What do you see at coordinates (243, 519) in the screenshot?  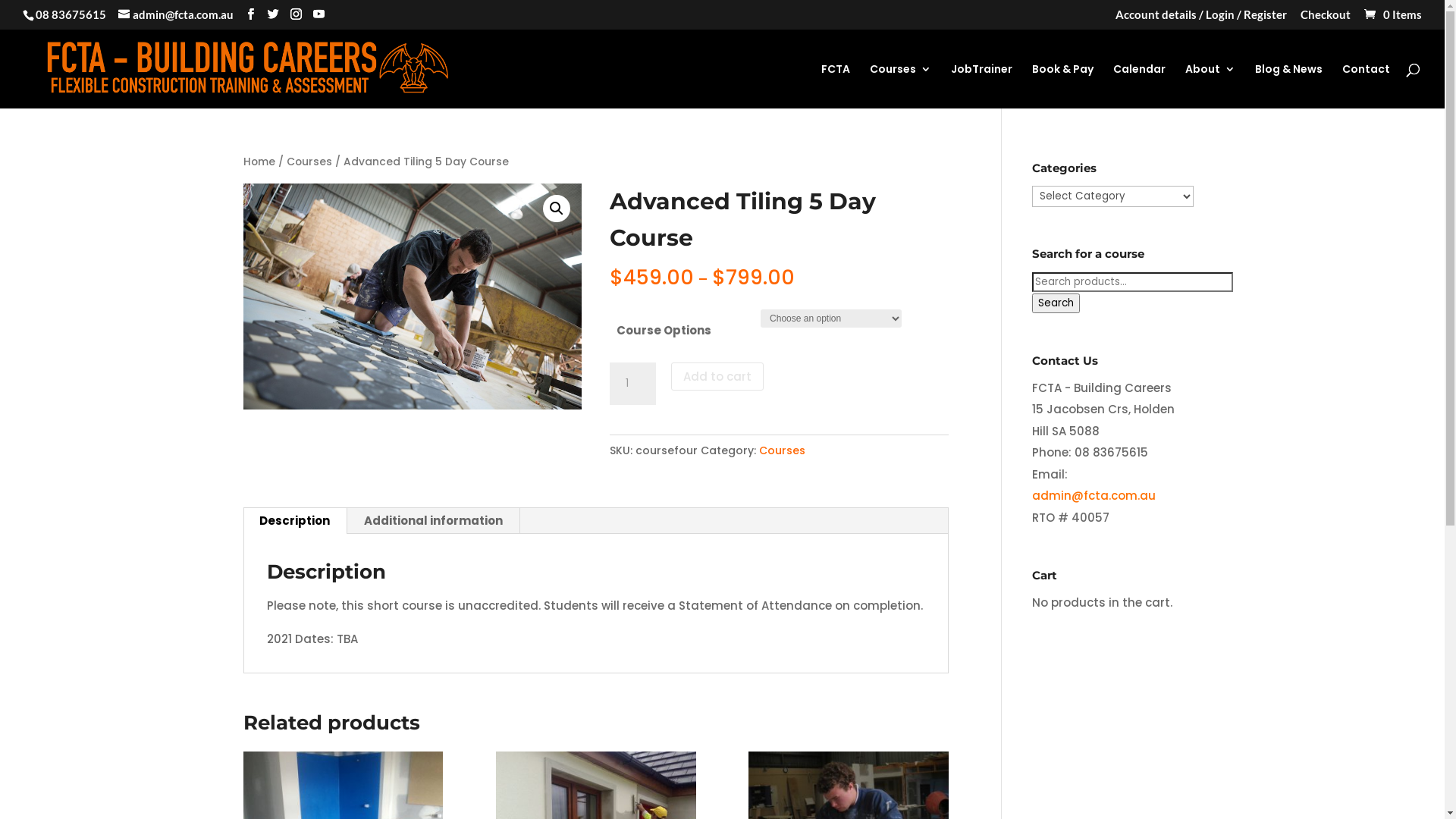 I see `'Description'` at bounding box center [243, 519].